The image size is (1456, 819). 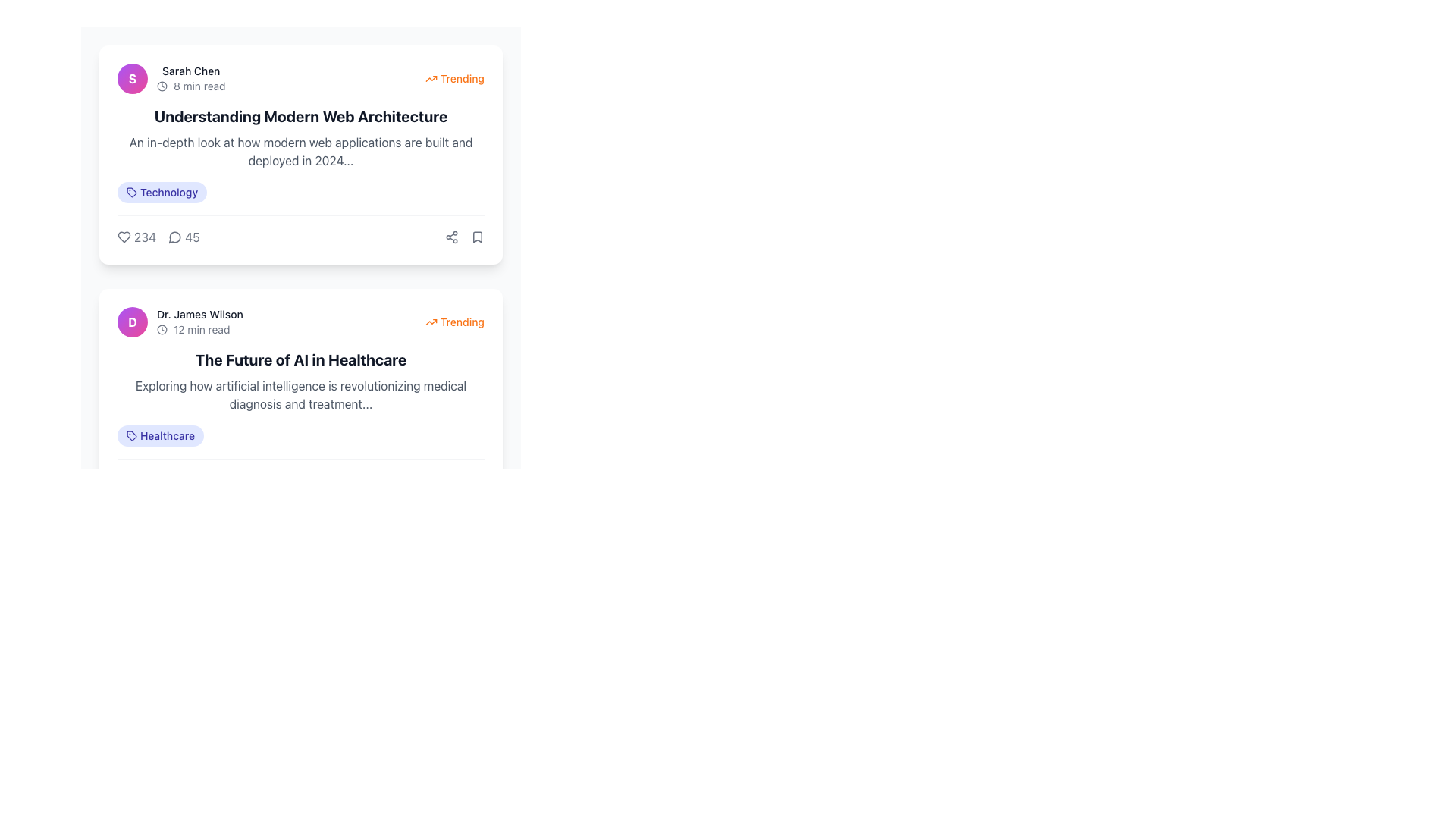 What do you see at coordinates (162, 329) in the screenshot?
I see `reading time icon located to the left of the '12 min read' label on the card for the article 'The Future of AI in Healthcare' by 'Dr. James Wilson' for its semantic or accessibility attributes` at bounding box center [162, 329].